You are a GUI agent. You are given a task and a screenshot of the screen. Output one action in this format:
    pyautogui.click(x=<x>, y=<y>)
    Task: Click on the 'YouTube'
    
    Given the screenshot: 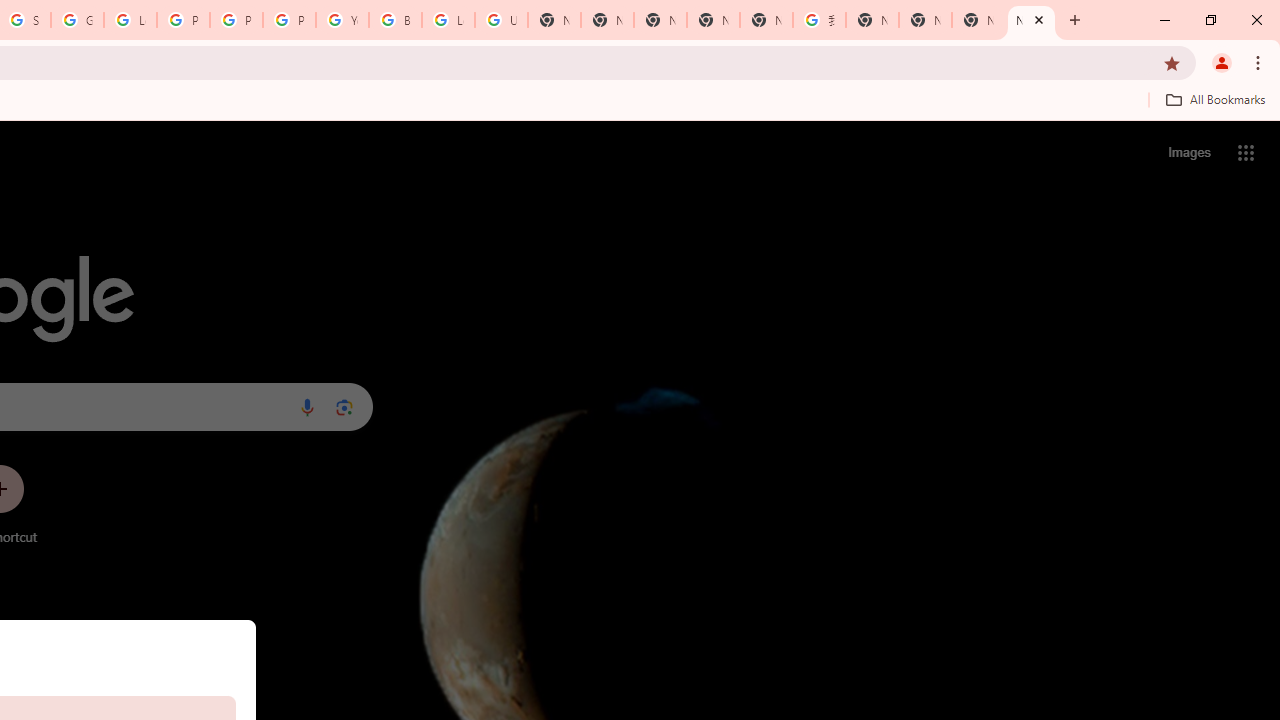 What is the action you would take?
    pyautogui.click(x=342, y=20)
    